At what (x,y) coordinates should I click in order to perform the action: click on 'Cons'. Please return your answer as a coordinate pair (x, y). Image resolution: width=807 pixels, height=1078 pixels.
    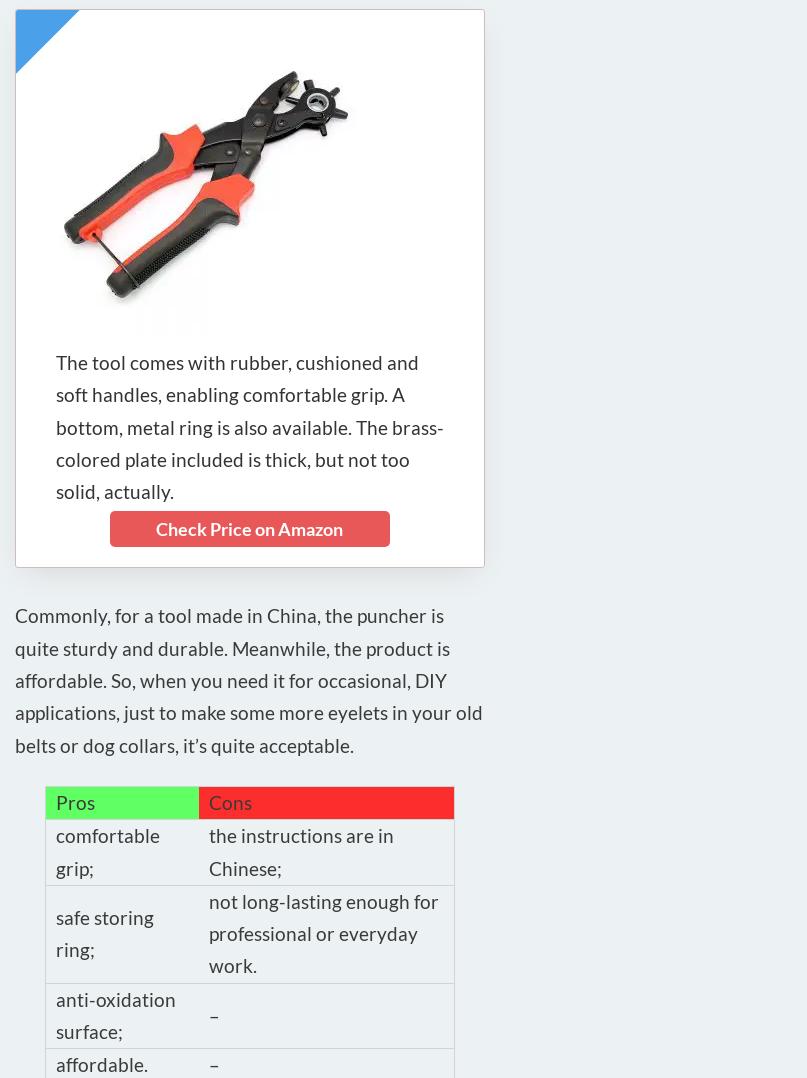
    Looking at the image, I should click on (230, 800).